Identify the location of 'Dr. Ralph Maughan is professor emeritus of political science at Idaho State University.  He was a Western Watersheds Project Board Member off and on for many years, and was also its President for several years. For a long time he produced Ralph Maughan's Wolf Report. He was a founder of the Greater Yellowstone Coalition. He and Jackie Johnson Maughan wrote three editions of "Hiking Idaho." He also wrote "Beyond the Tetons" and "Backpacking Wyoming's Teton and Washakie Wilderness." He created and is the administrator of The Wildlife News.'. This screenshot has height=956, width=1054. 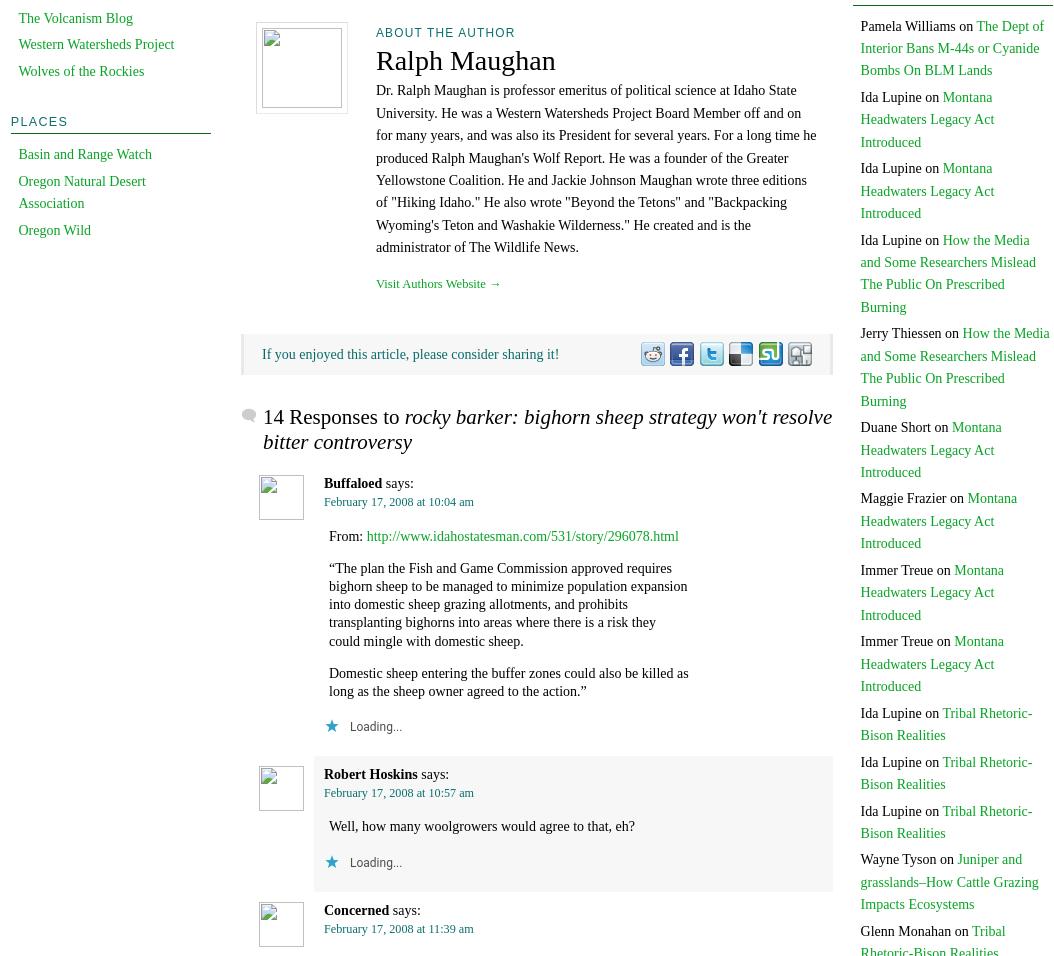
(595, 169).